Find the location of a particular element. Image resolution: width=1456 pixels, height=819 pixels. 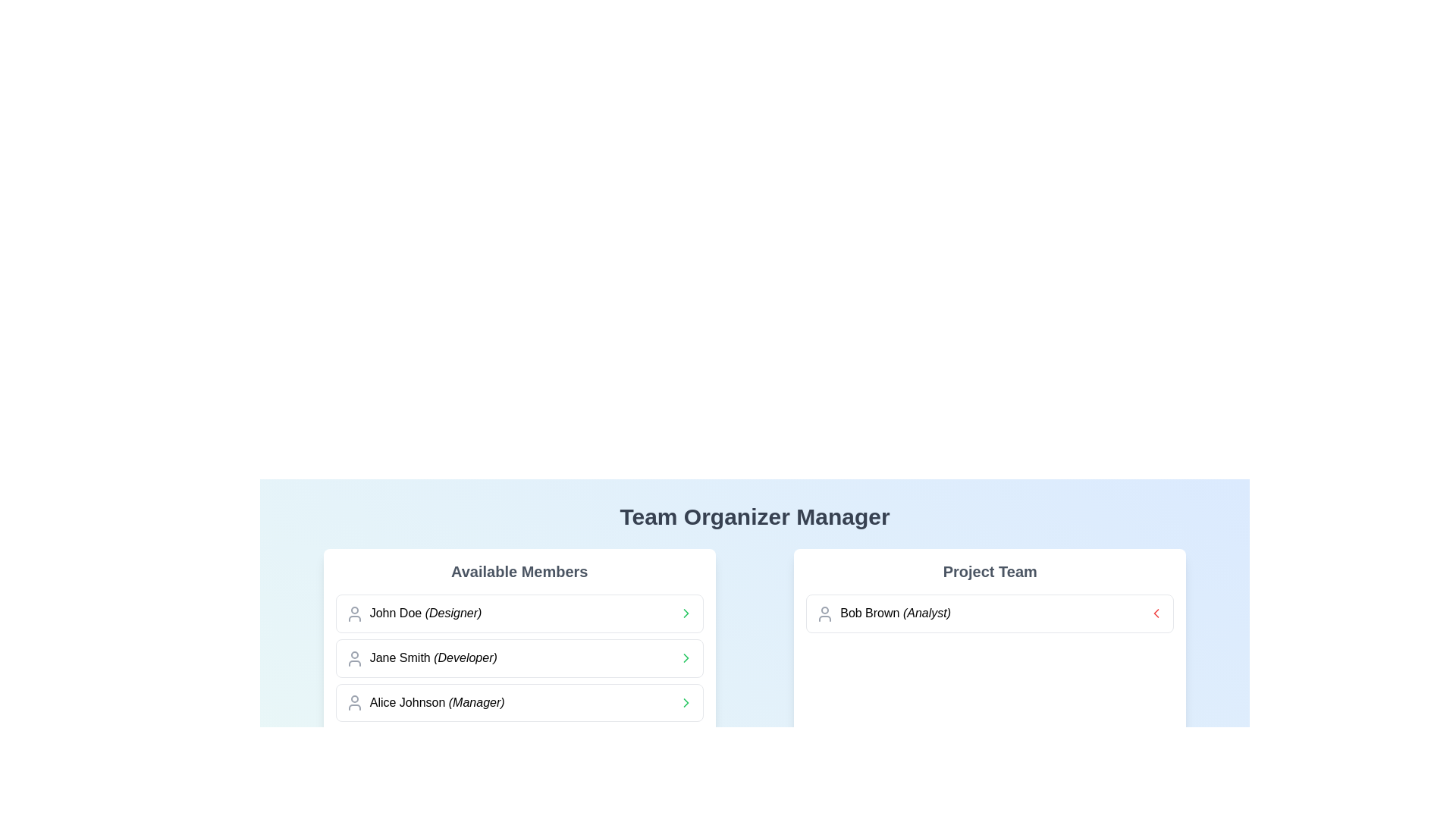

the selectable user profile item for 'Jane Smith,' identified as a Developer is located at coordinates (519, 657).